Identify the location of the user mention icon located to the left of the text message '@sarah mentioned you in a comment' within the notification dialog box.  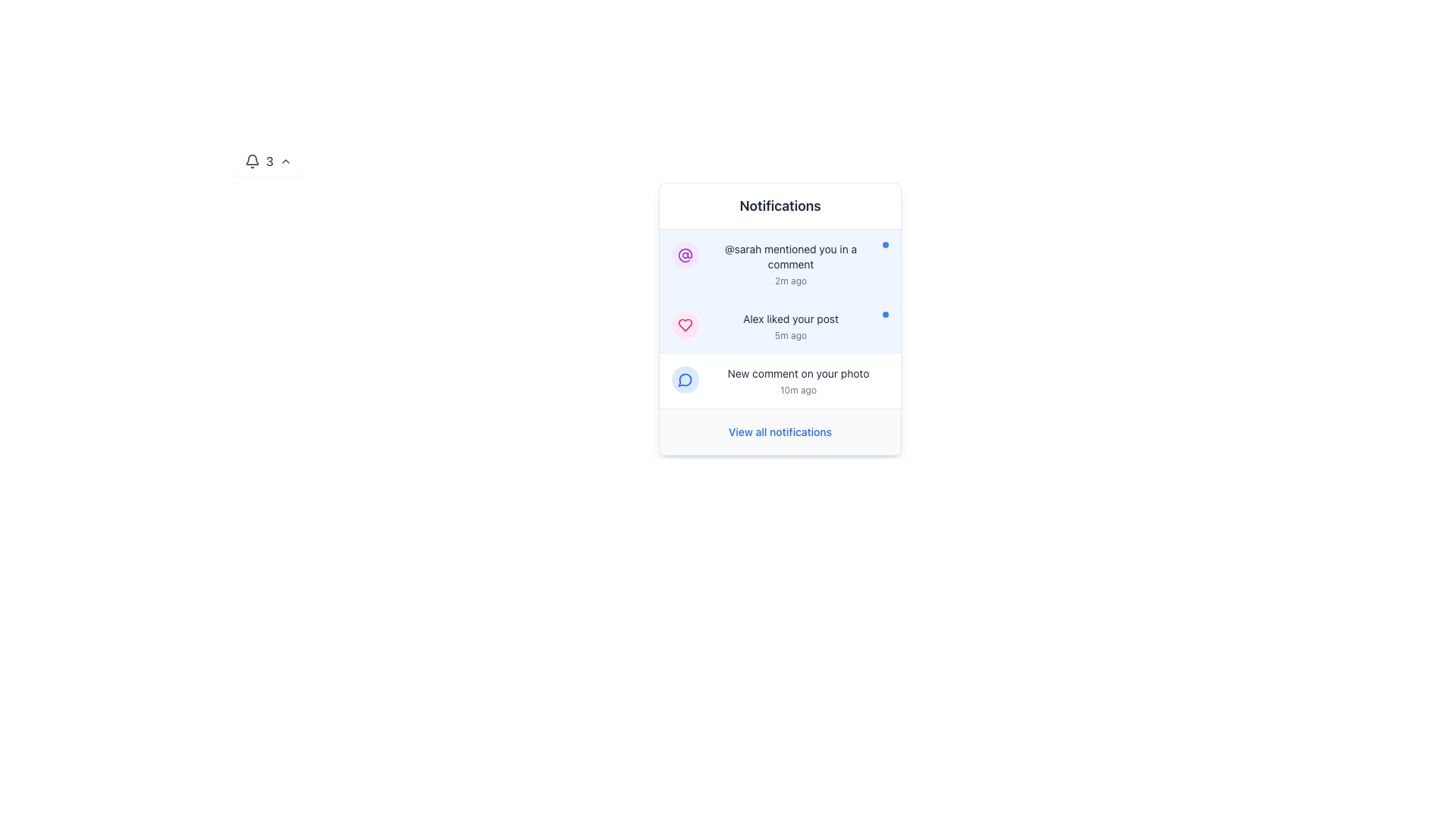
(684, 254).